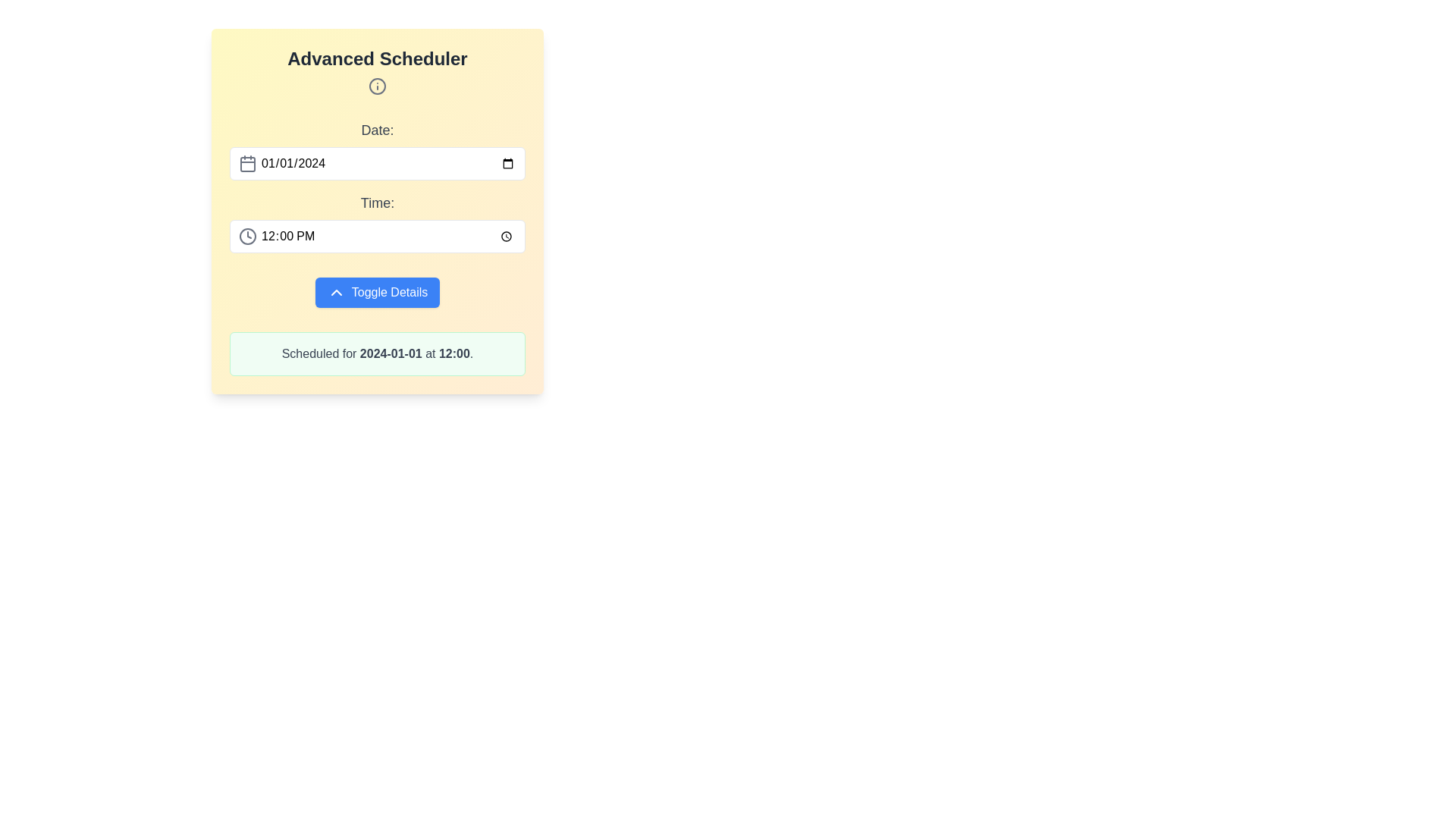 The width and height of the screenshot is (1456, 819). What do you see at coordinates (247, 164) in the screenshot?
I see `the calendar icon, which is a minimalistic, outlined gray icon located to the left of the date input field` at bounding box center [247, 164].